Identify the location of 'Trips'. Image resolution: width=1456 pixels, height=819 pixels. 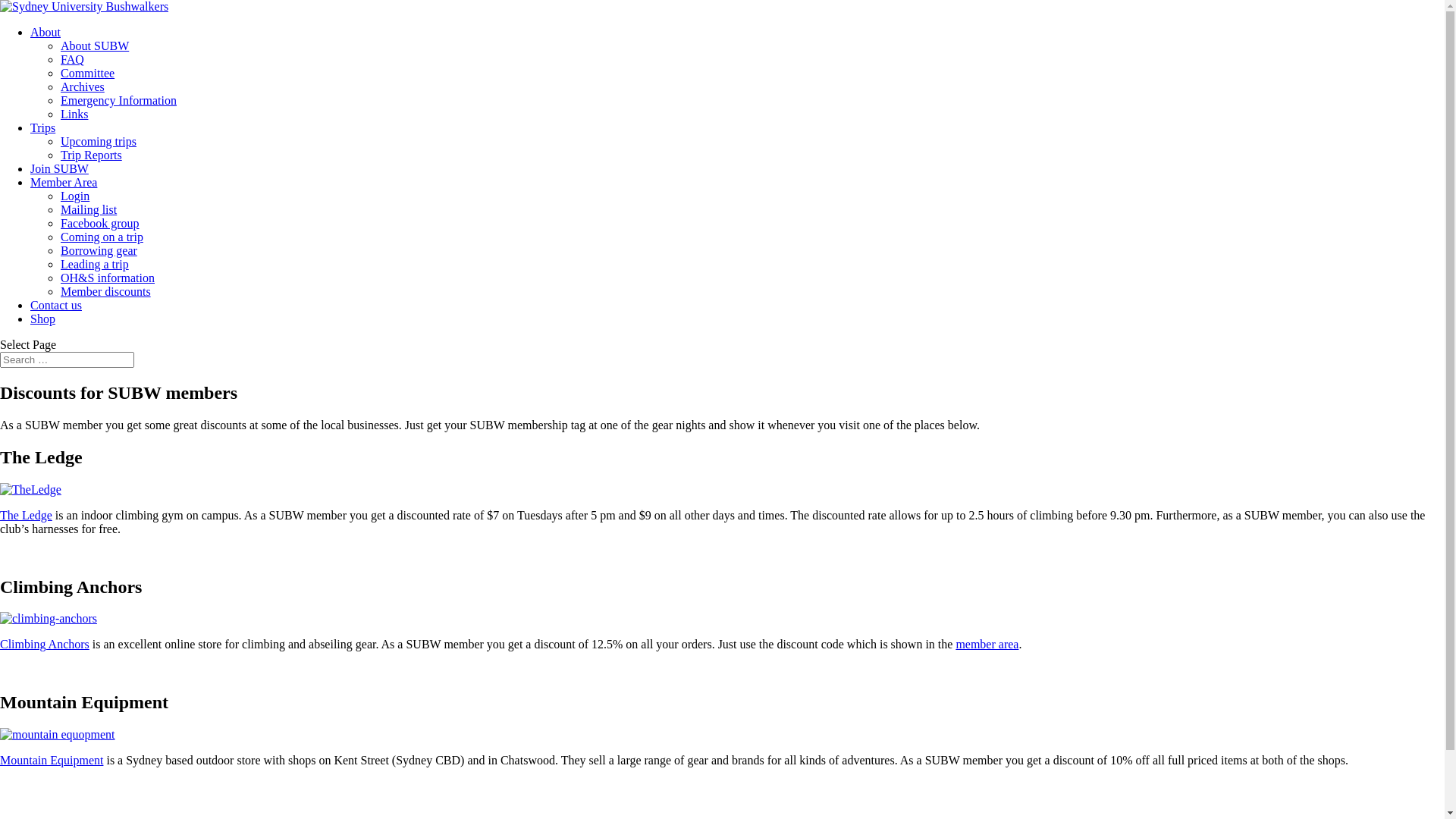
(42, 127).